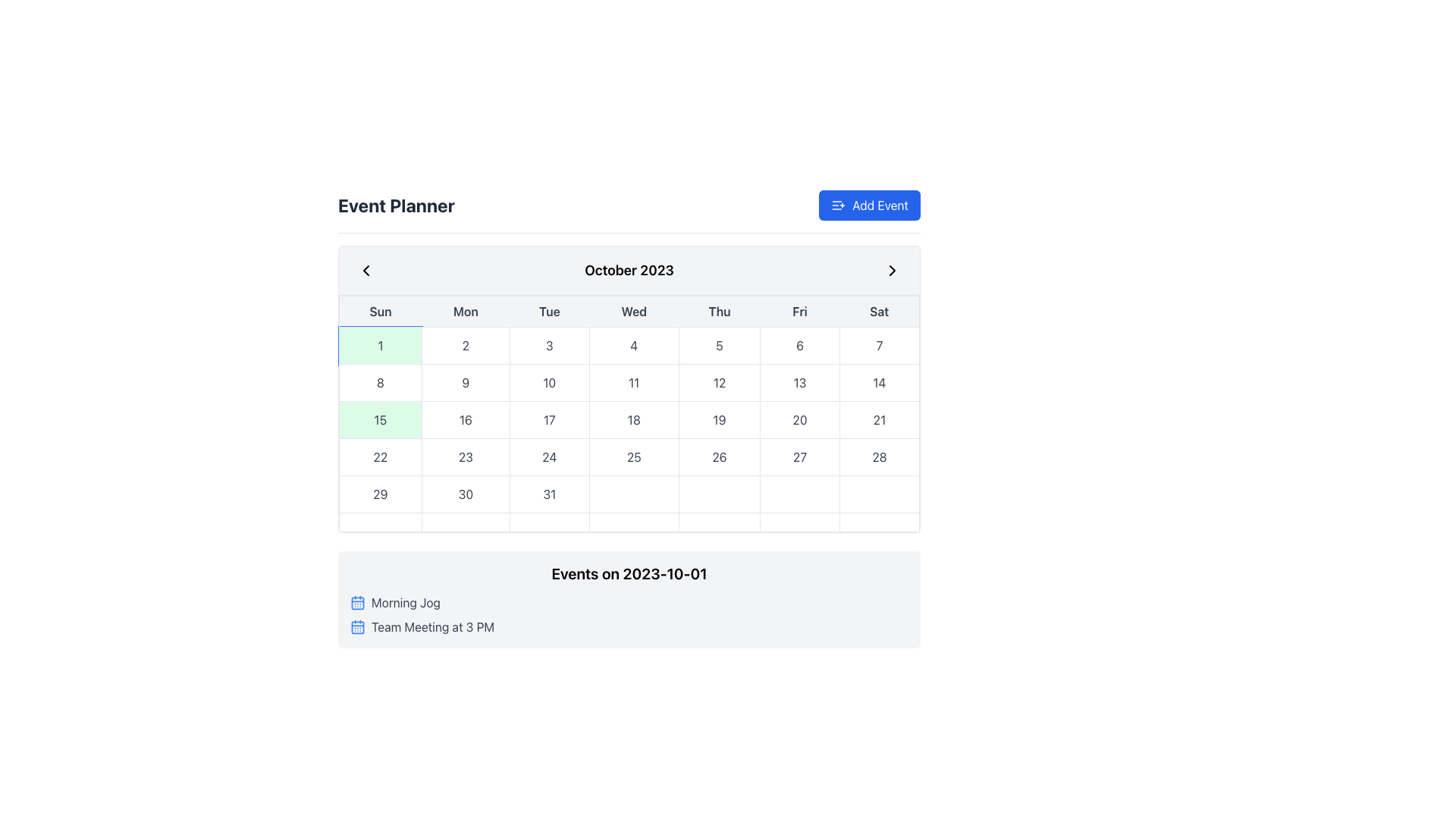 Image resolution: width=1456 pixels, height=819 pixels. Describe the element at coordinates (465, 494) in the screenshot. I see `the calendar date cell representing the date '30'` at that location.